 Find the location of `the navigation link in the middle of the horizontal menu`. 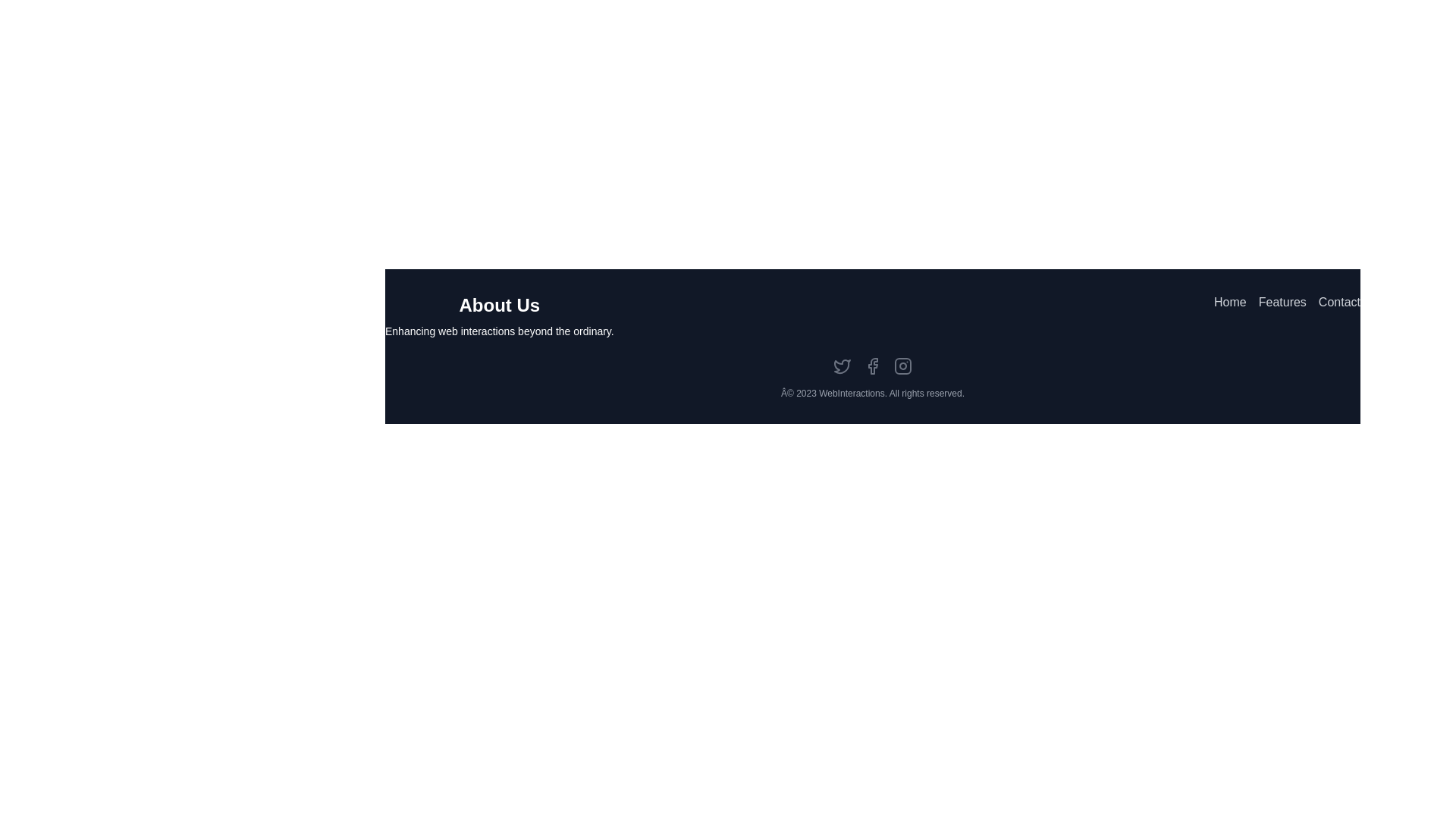

the navigation link in the middle of the horizontal menu is located at coordinates (1282, 315).